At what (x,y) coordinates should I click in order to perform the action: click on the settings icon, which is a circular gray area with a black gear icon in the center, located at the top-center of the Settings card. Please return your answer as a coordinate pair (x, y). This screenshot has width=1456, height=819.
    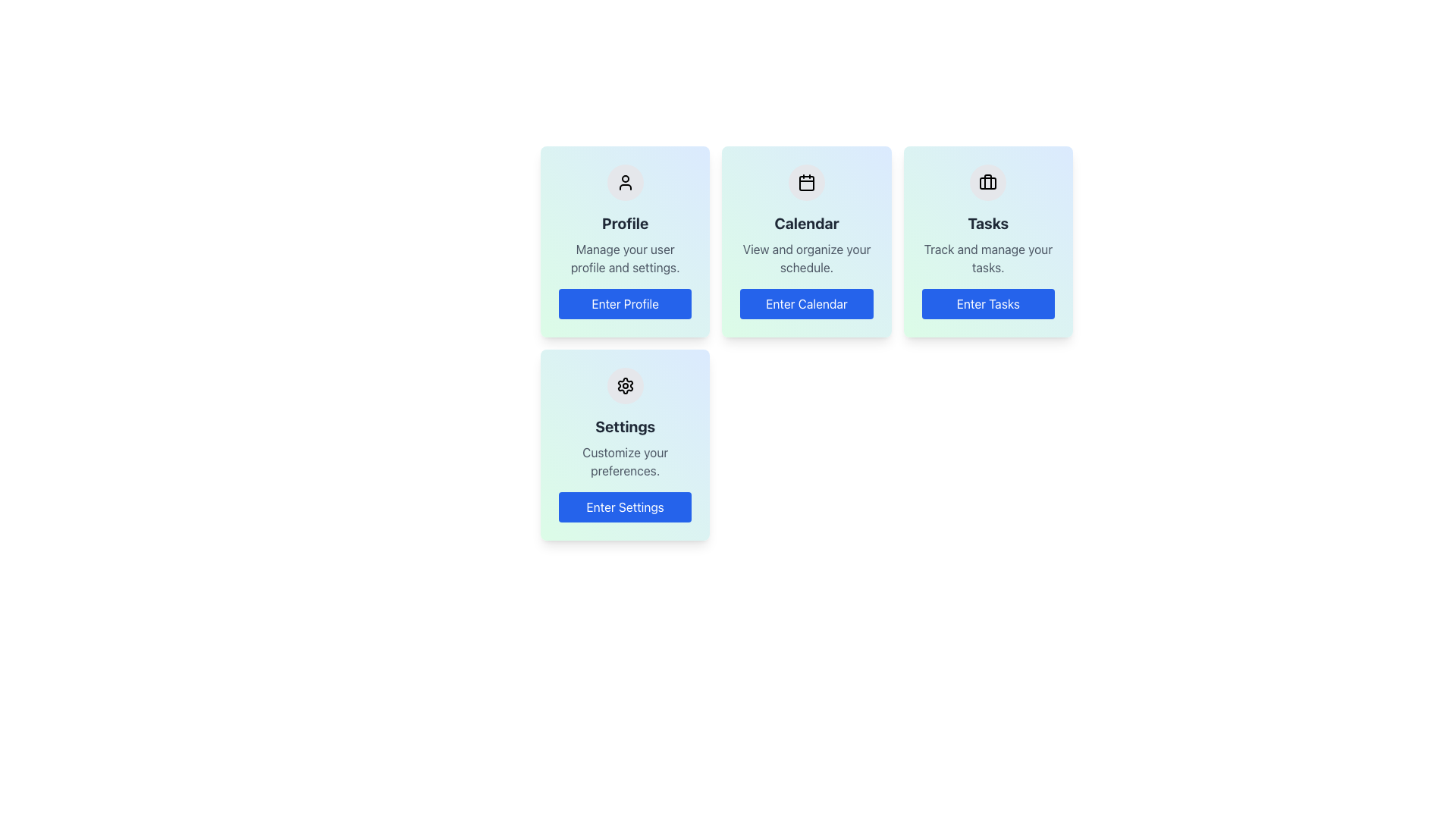
    Looking at the image, I should click on (625, 385).